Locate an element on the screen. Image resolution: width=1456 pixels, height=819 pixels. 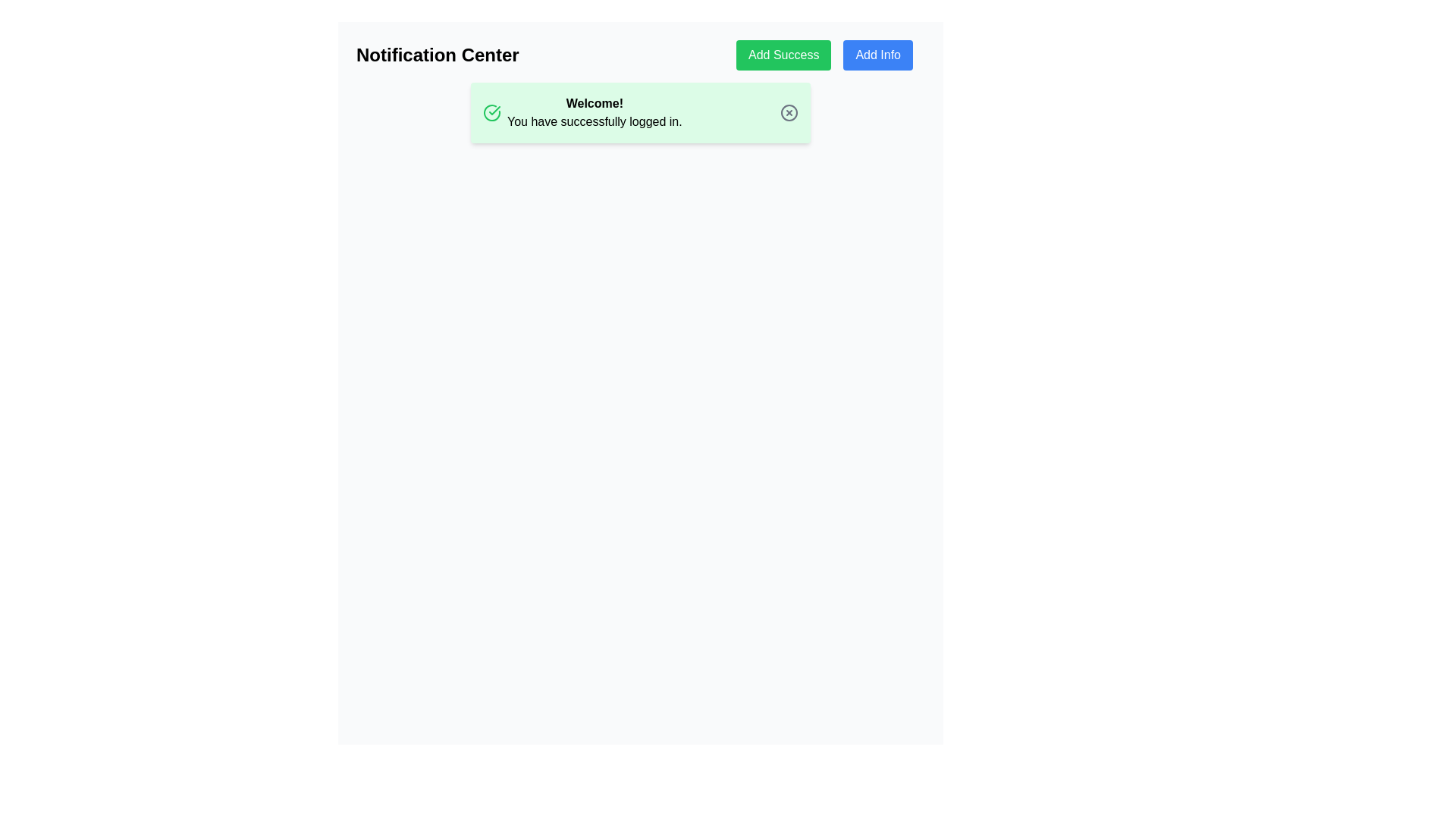
the success icon located in the upper-left corner of the success message box, which visually conveys a successful operation or completion is located at coordinates (491, 112).